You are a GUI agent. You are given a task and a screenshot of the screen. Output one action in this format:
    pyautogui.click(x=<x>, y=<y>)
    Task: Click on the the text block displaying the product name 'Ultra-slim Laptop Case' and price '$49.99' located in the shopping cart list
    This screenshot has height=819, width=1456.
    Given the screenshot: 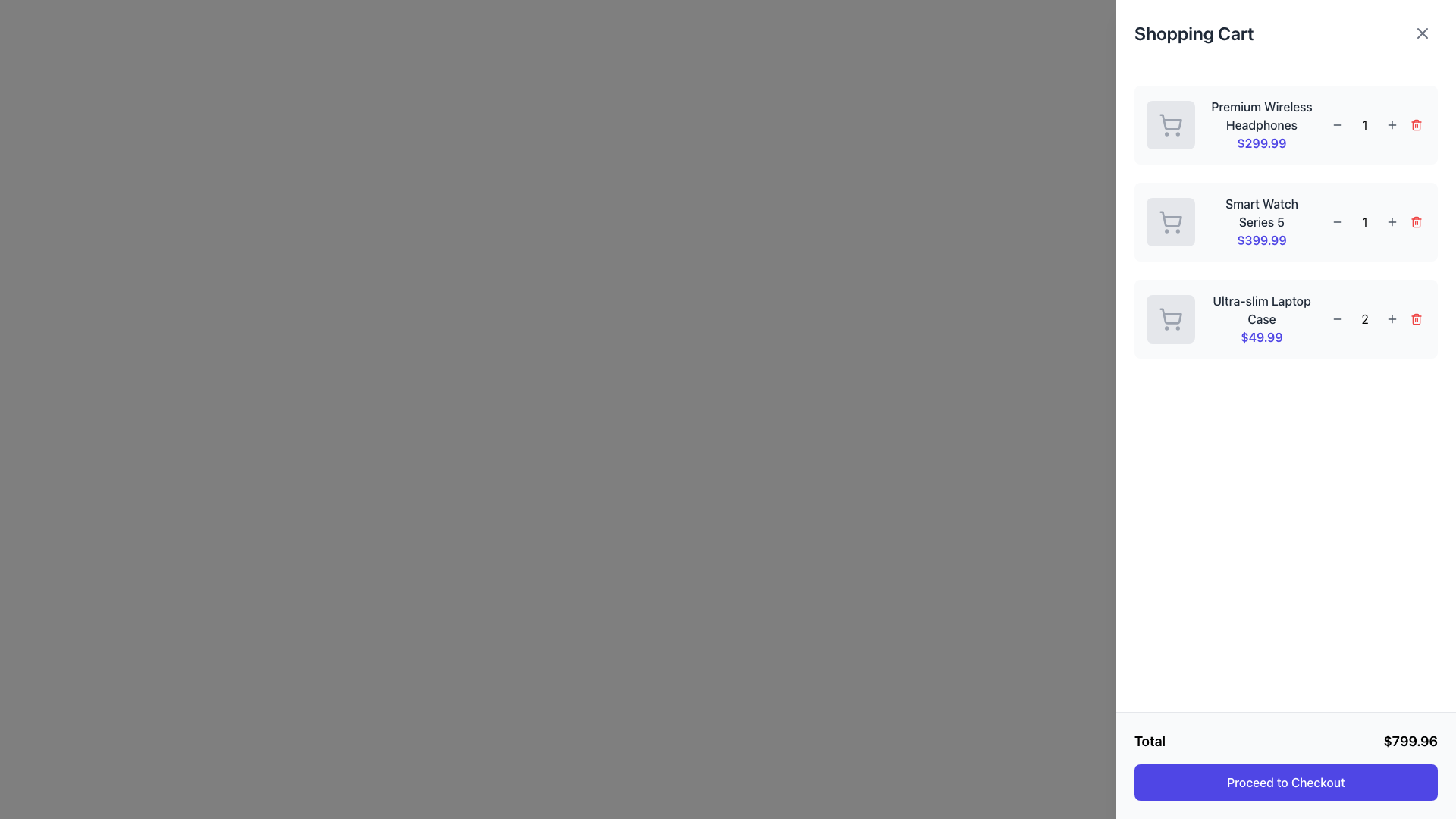 What is the action you would take?
    pyautogui.click(x=1262, y=318)
    